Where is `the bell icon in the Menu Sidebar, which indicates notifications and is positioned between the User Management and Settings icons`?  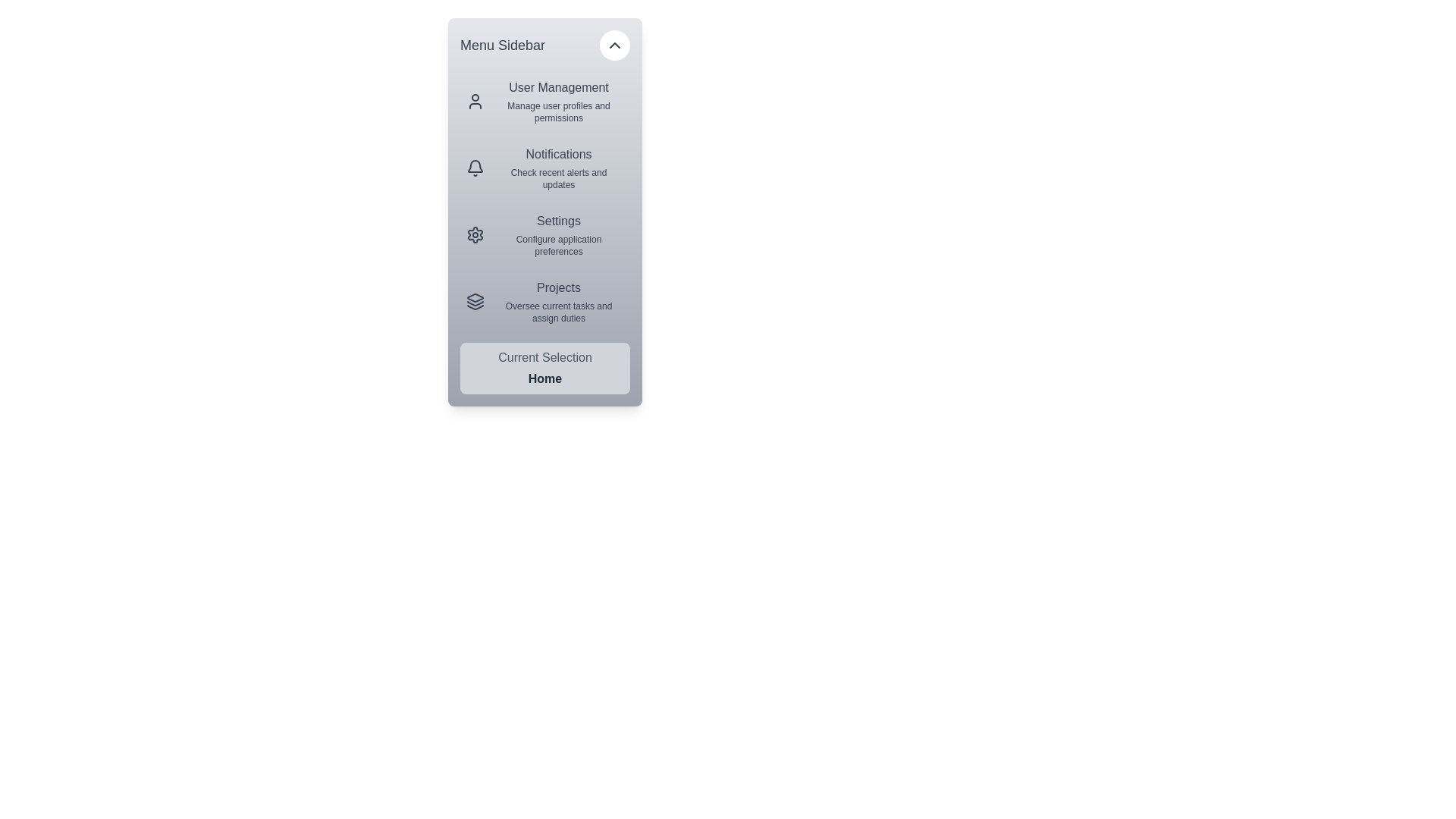 the bell icon in the Menu Sidebar, which indicates notifications and is positioned between the User Management and Settings icons is located at coordinates (475, 166).